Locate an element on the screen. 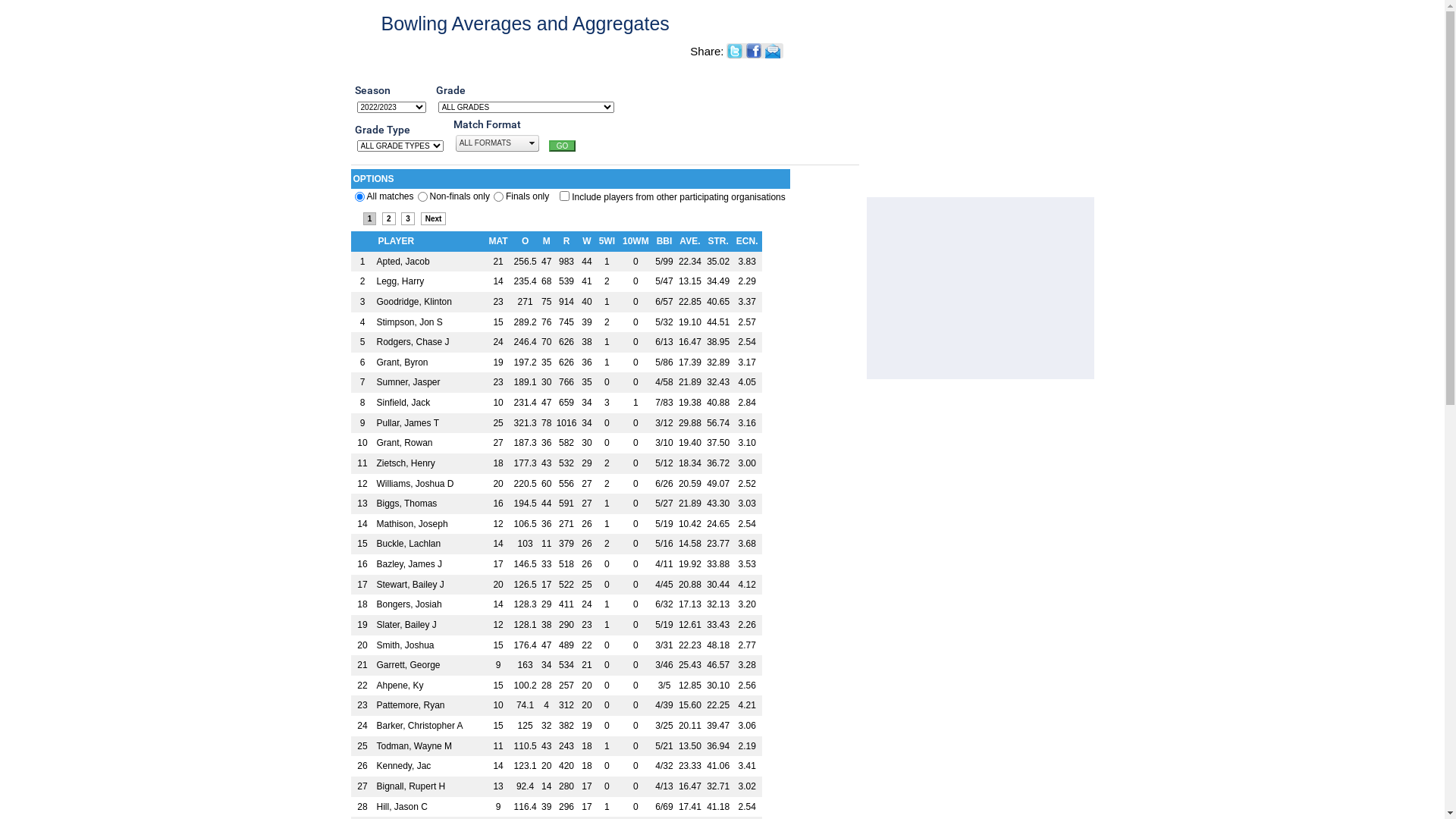 The width and height of the screenshot is (1456, 819). '5WI' is located at coordinates (607, 240).